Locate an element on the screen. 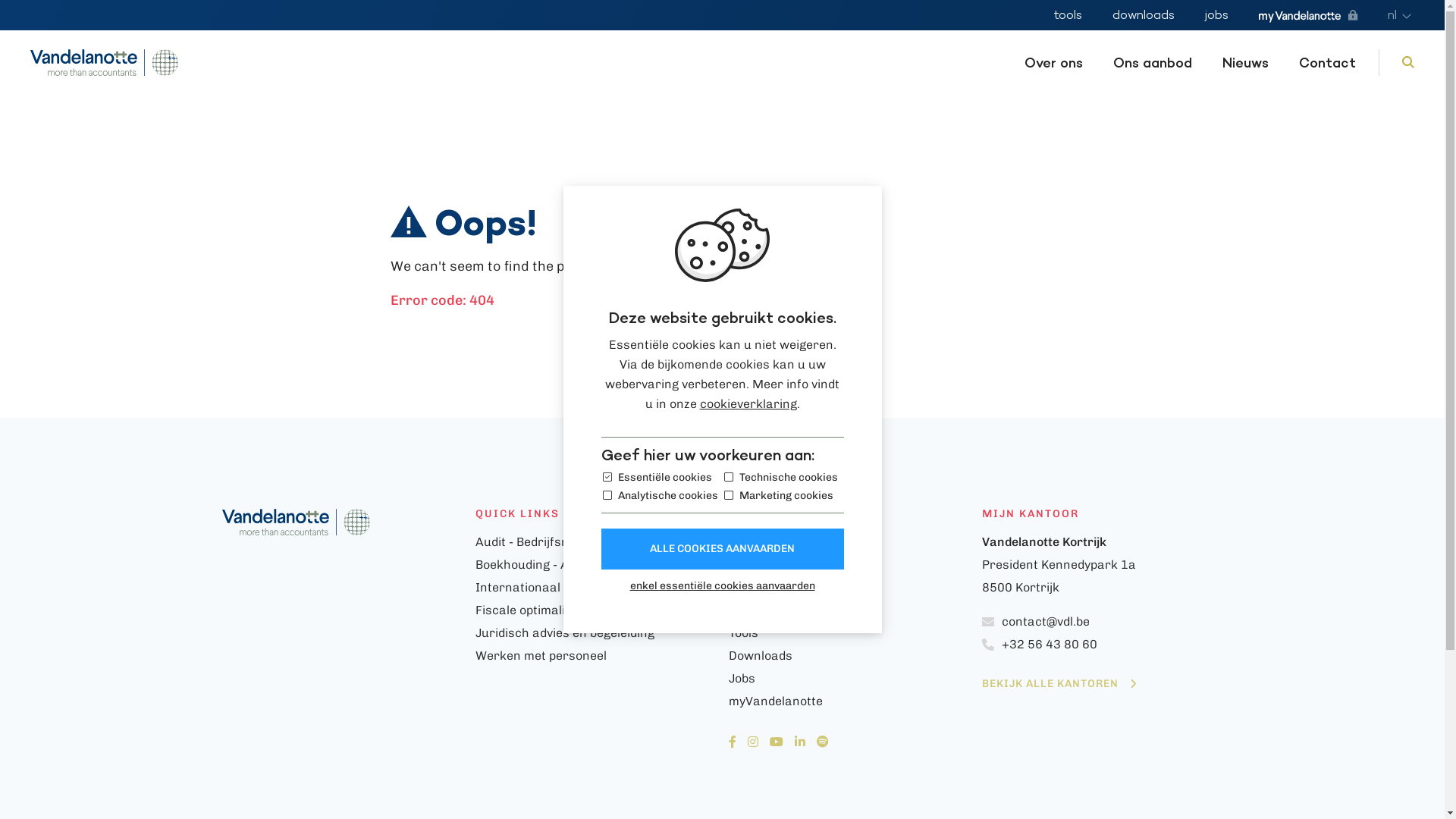 The width and height of the screenshot is (1456, 819). 'ALLE COOKIES AANVAARDEN' is located at coordinates (720, 549).